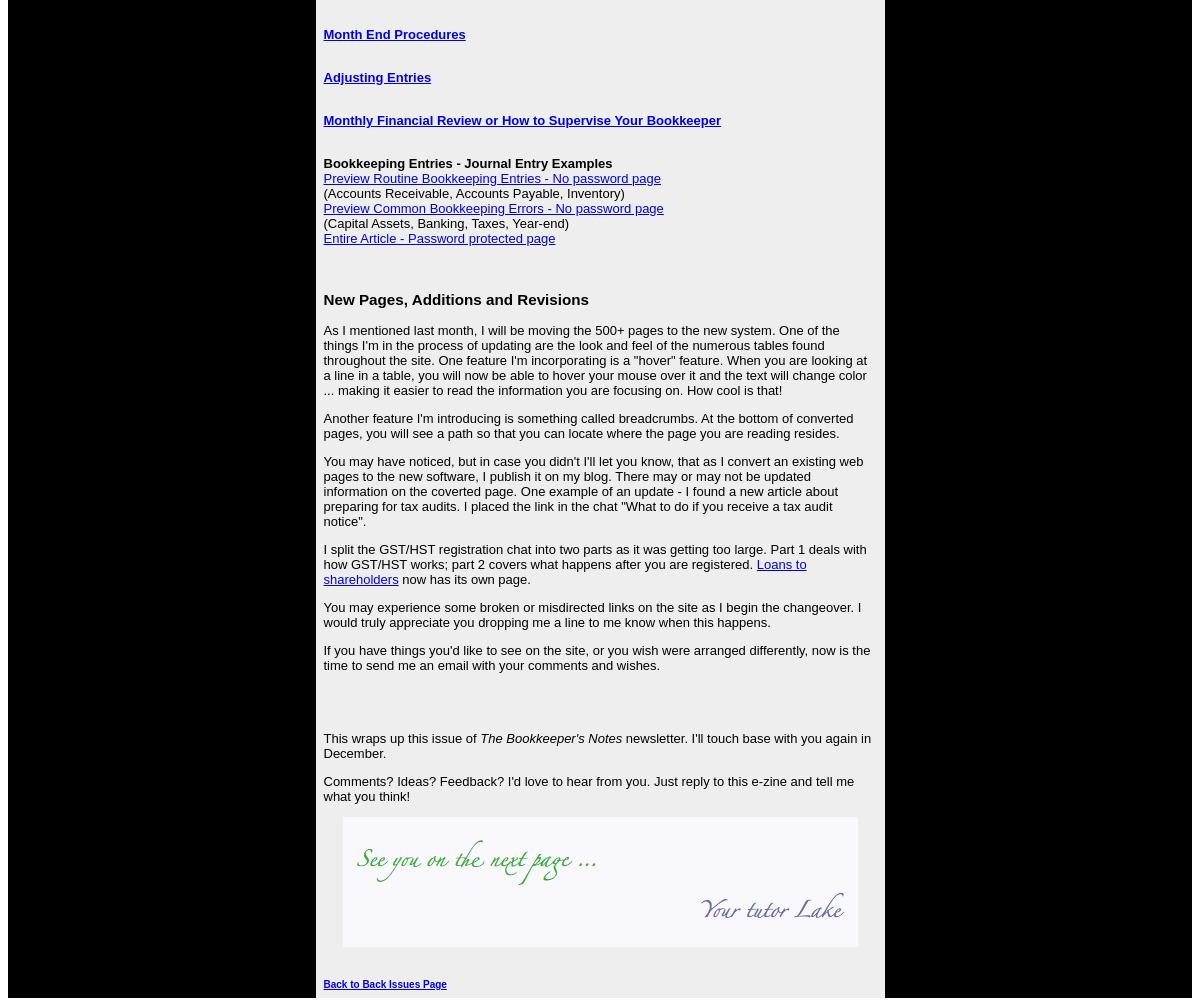 The width and height of the screenshot is (1200, 1005). I want to click on 'Comments? Ideas? Feedback? I'd love to hear from you. Just reply to this e-zine and tell me what you think!', so click(587, 789).